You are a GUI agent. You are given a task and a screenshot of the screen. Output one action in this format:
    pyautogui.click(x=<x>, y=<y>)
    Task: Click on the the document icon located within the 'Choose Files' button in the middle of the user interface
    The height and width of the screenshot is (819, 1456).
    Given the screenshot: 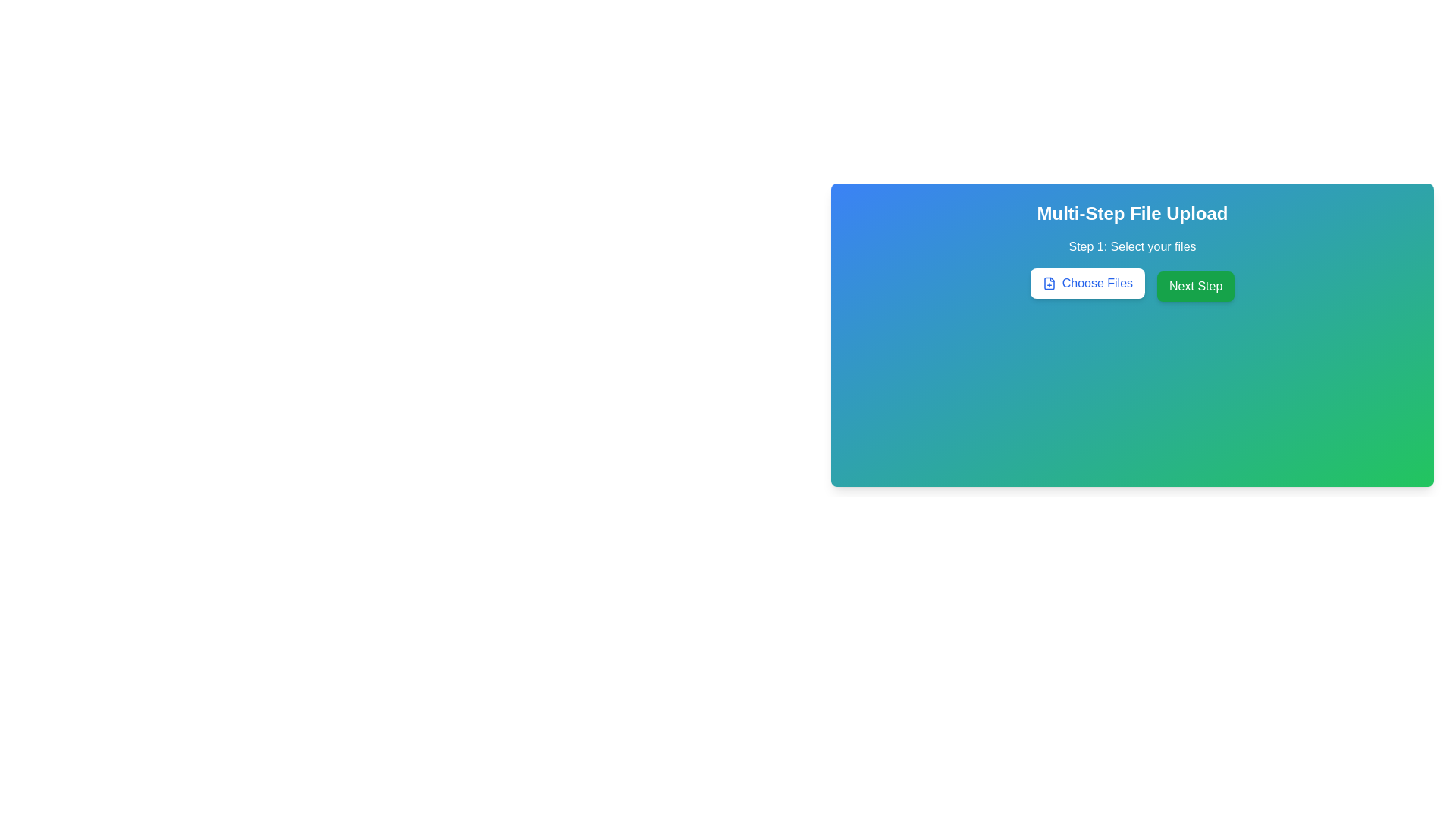 What is the action you would take?
    pyautogui.click(x=1048, y=284)
    